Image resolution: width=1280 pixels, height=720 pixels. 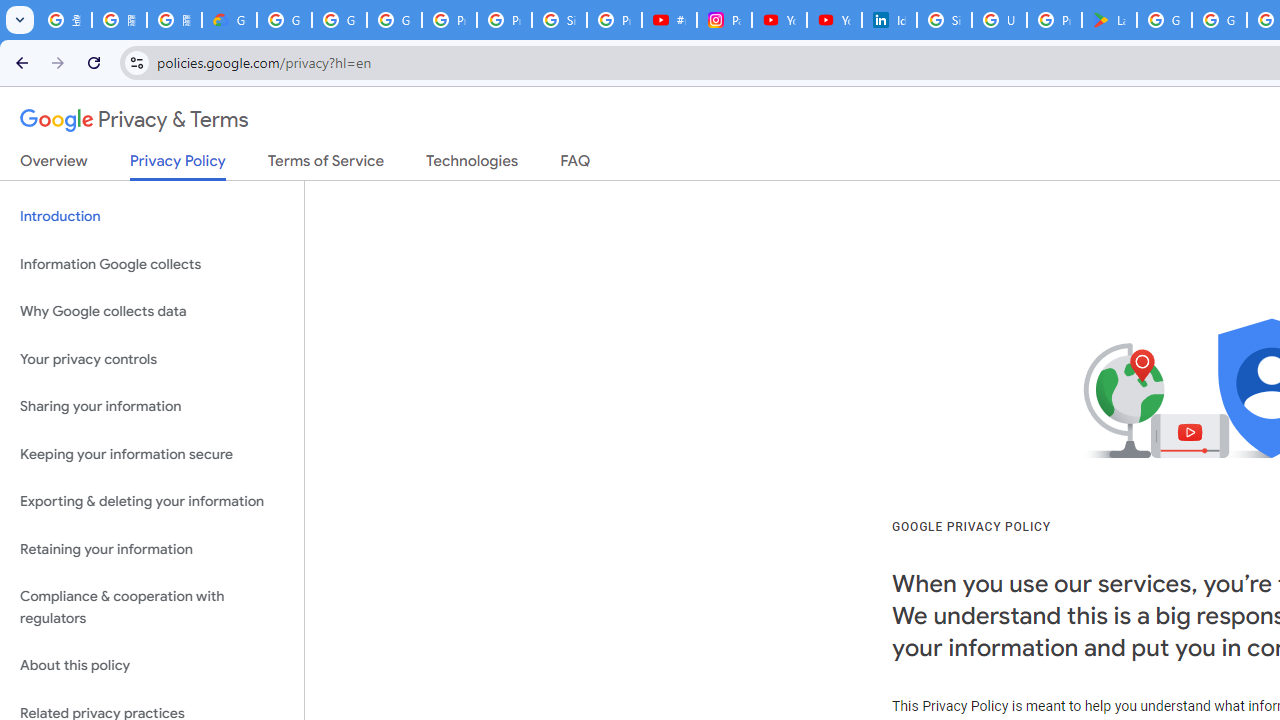 I want to click on 'YouTube Culture & Trends - YouTube Top 10, 2021', so click(x=833, y=20).